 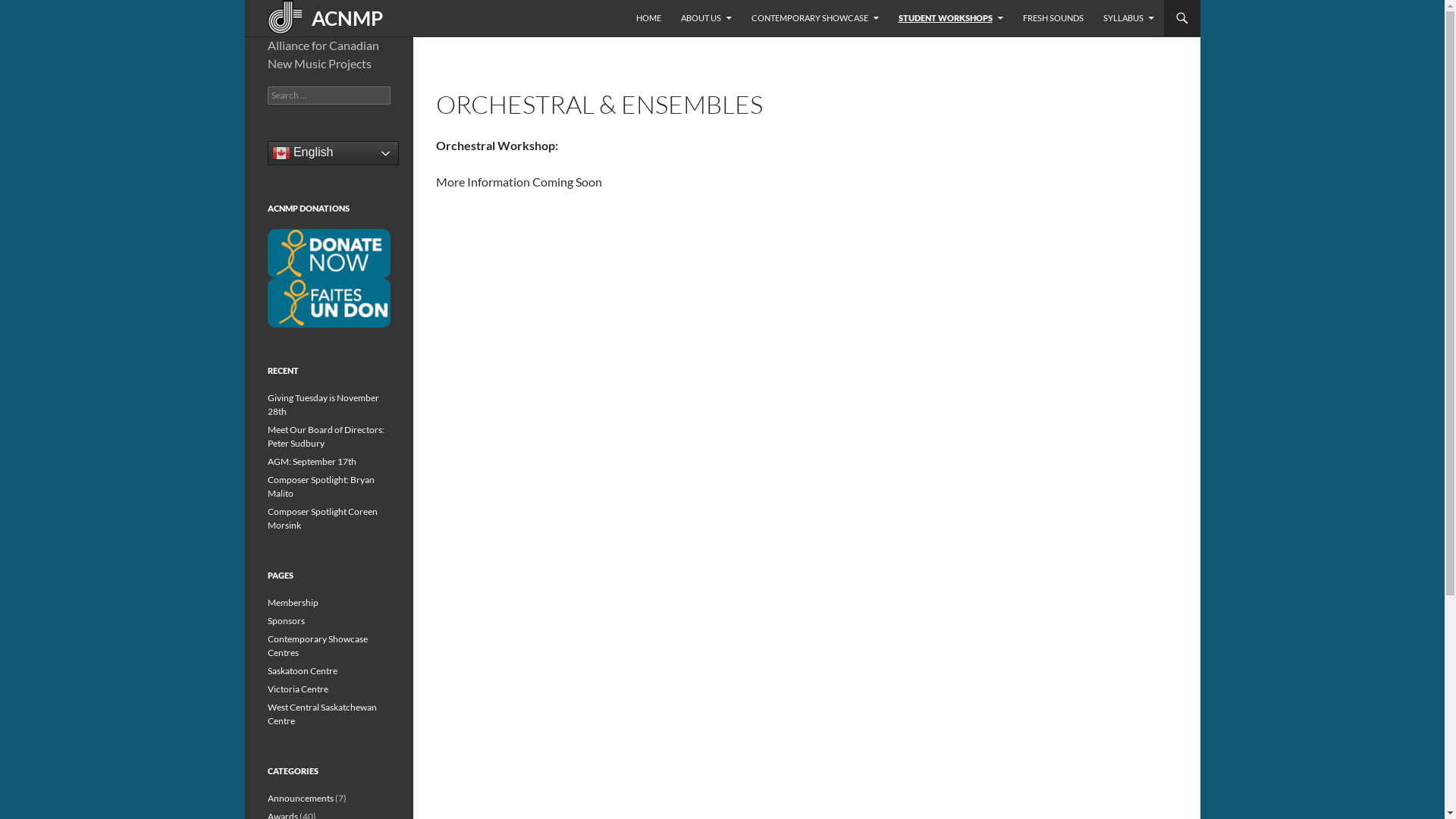 What do you see at coordinates (324, 436) in the screenshot?
I see `'Meet Our Board of Directors: Peter Sudbury'` at bounding box center [324, 436].